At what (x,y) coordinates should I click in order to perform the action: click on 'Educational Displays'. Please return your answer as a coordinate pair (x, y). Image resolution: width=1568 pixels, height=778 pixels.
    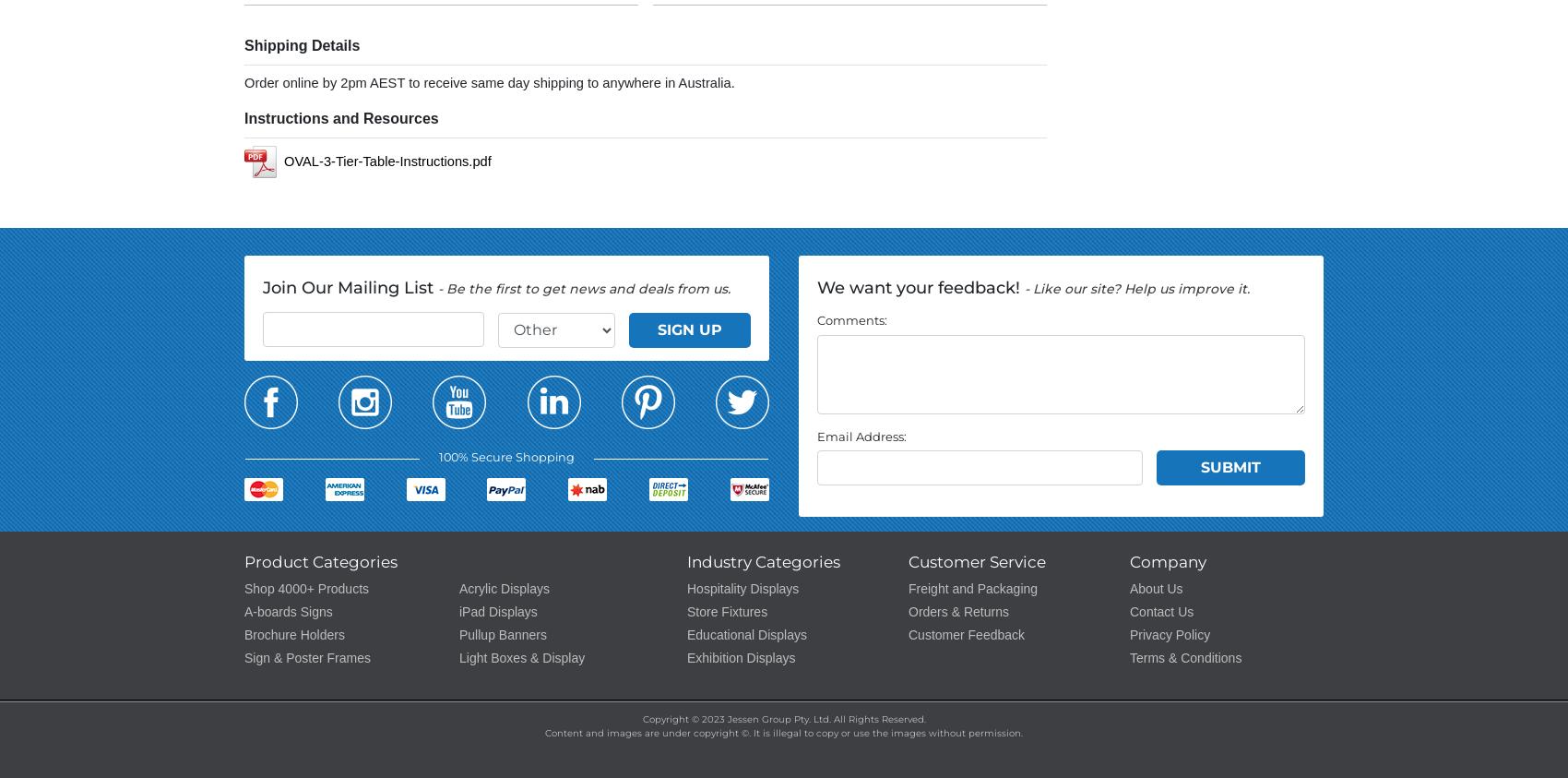
    Looking at the image, I should click on (745, 633).